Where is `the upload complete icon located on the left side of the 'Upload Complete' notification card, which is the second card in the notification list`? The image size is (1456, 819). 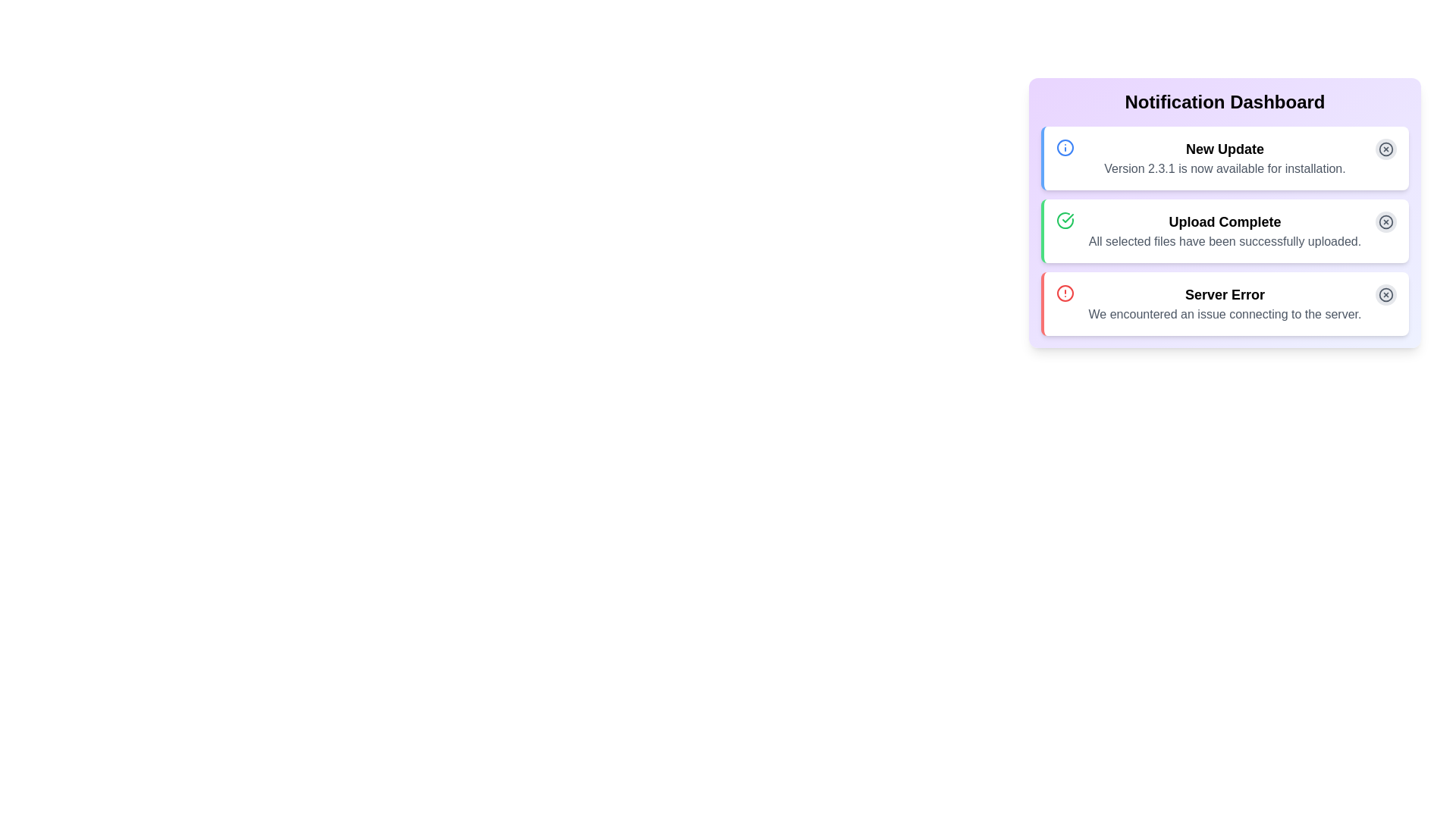
the upload complete icon located on the left side of the 'Upload Complete' notification card, which is the second card in the notification list is located at coordinates (1065, 220).